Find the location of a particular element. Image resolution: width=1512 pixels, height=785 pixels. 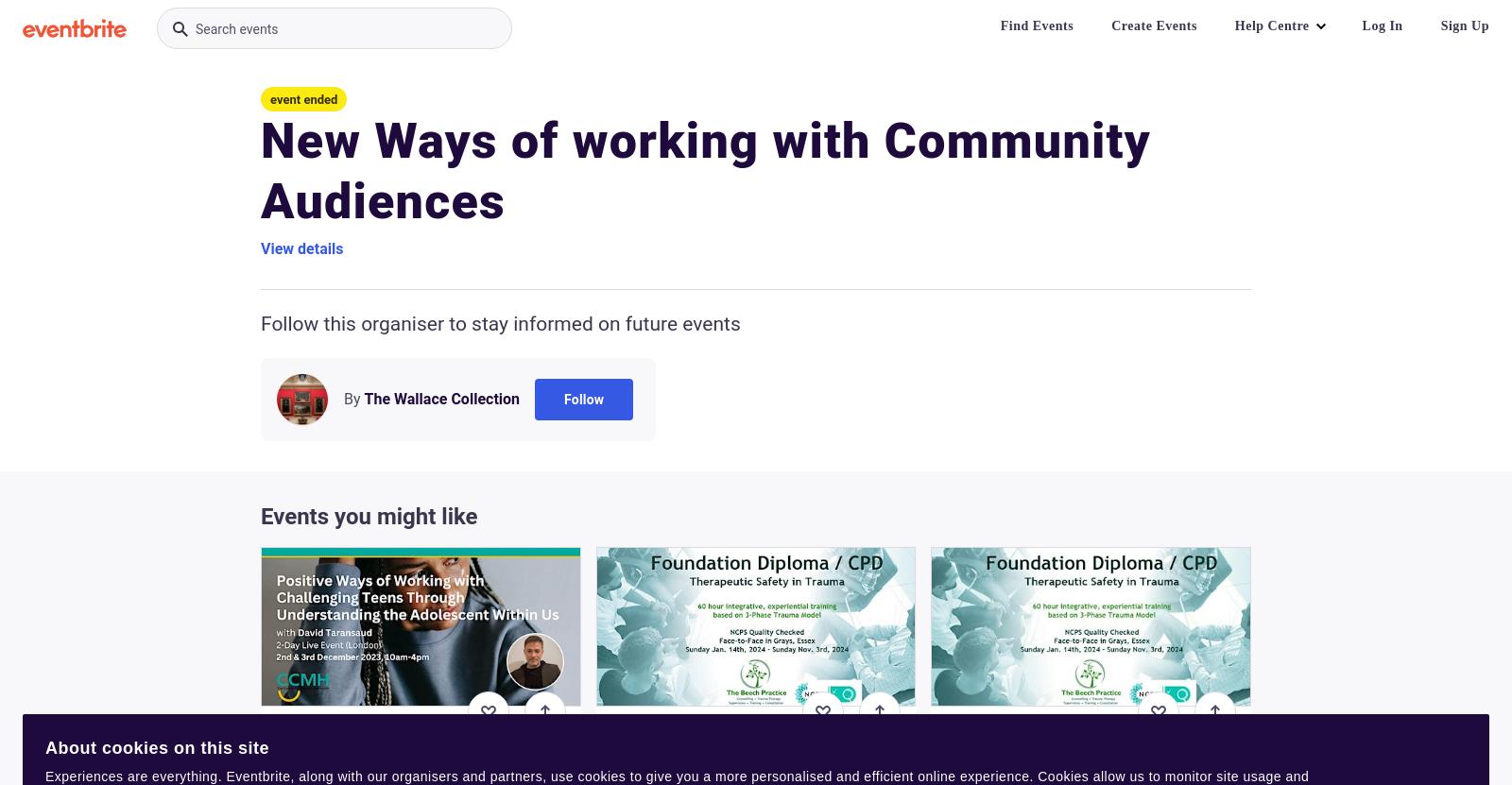

'Create Events' is located at coordinates (1111, 26).